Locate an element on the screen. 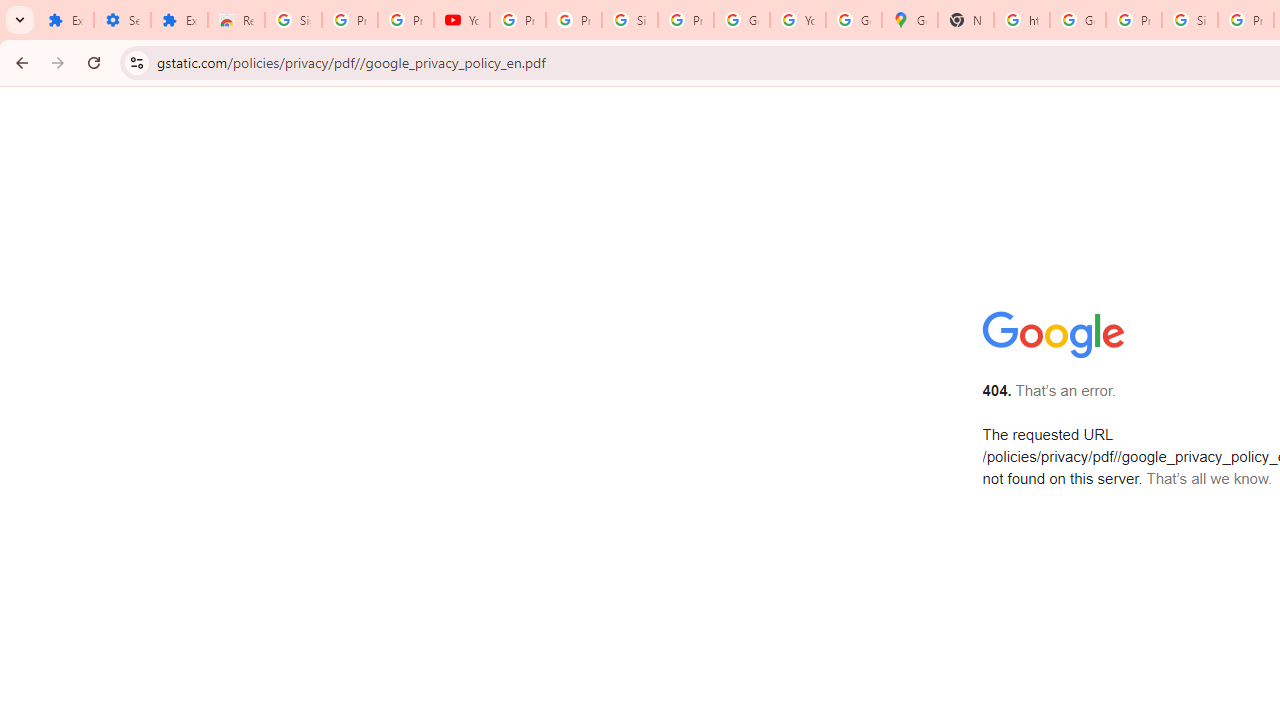 This screenshot has width=1280, height=720. 'YouTube' is located at coordinates (461, 20).